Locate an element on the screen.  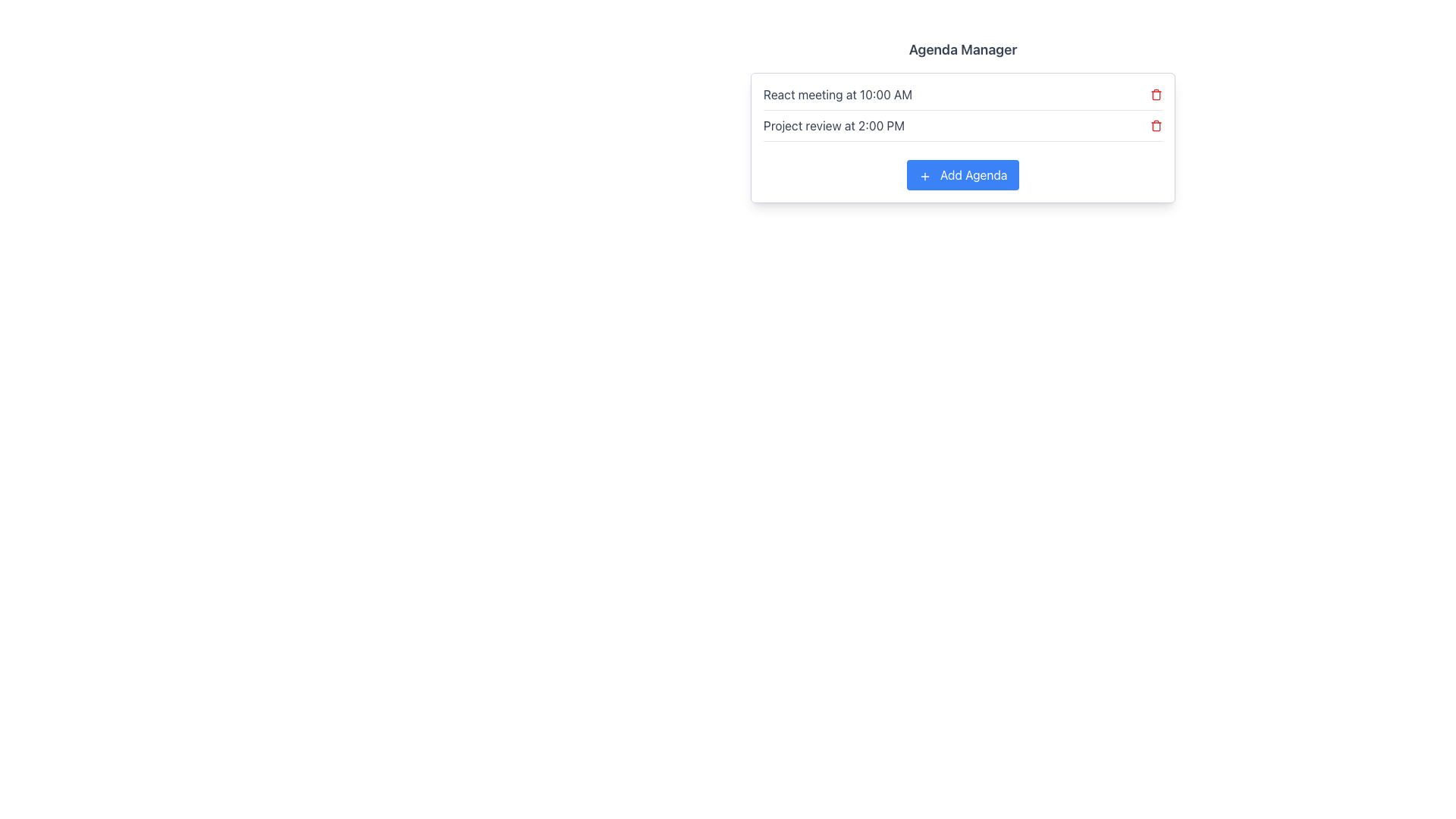
text label displaying 'Project review at 2:00 PM', which is located in the second row of the agenda panel, left-aligned under the 'React meeting at 10:00 AM' is located at coordinates (839, 124).